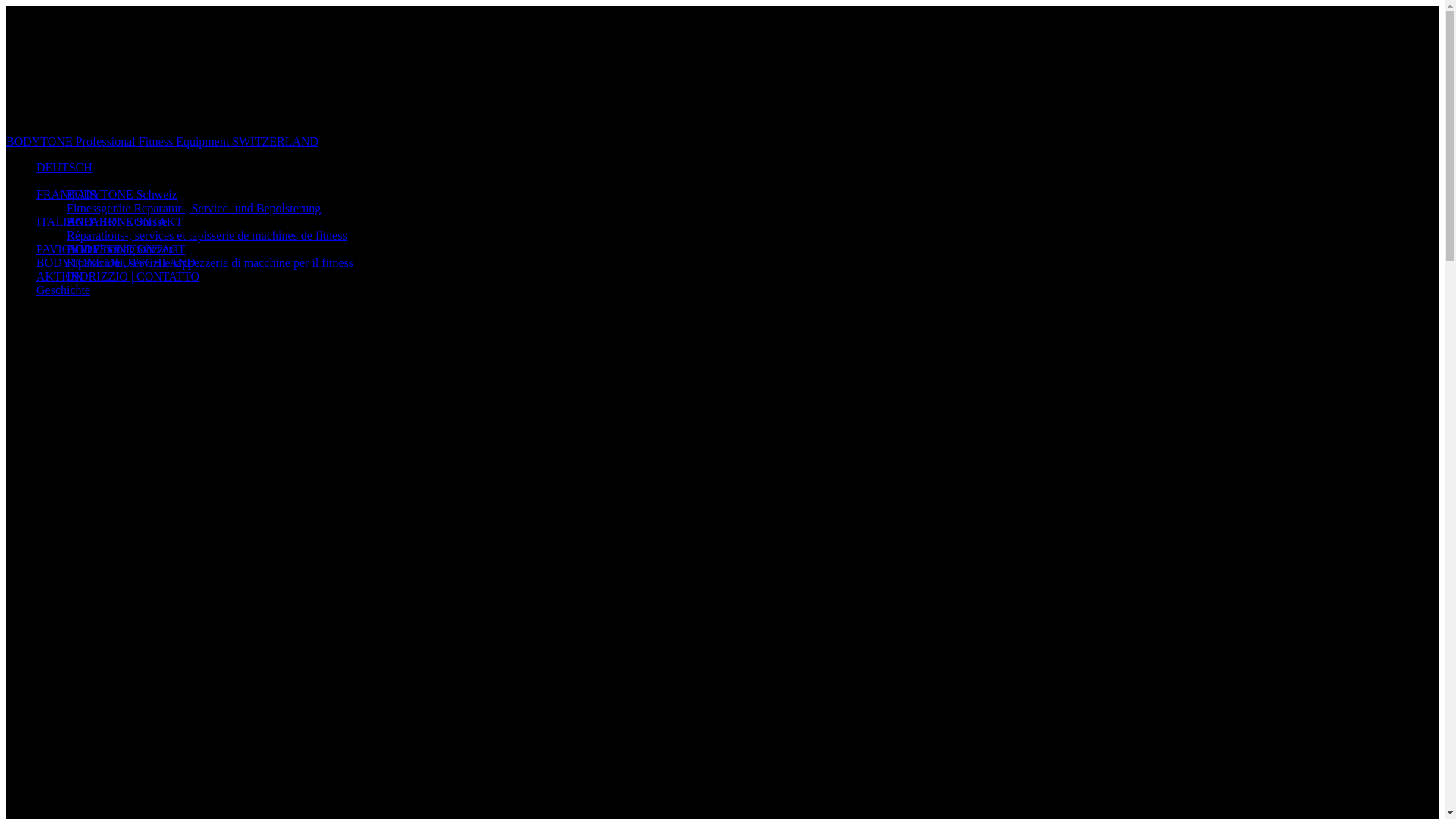 The height and width of the screenshot is (819, 1456). What do you see at coordinates (126, 248) in the screenshot?
I see `'ADRESSE | CONTACT'` at bounding box center [126, 248].